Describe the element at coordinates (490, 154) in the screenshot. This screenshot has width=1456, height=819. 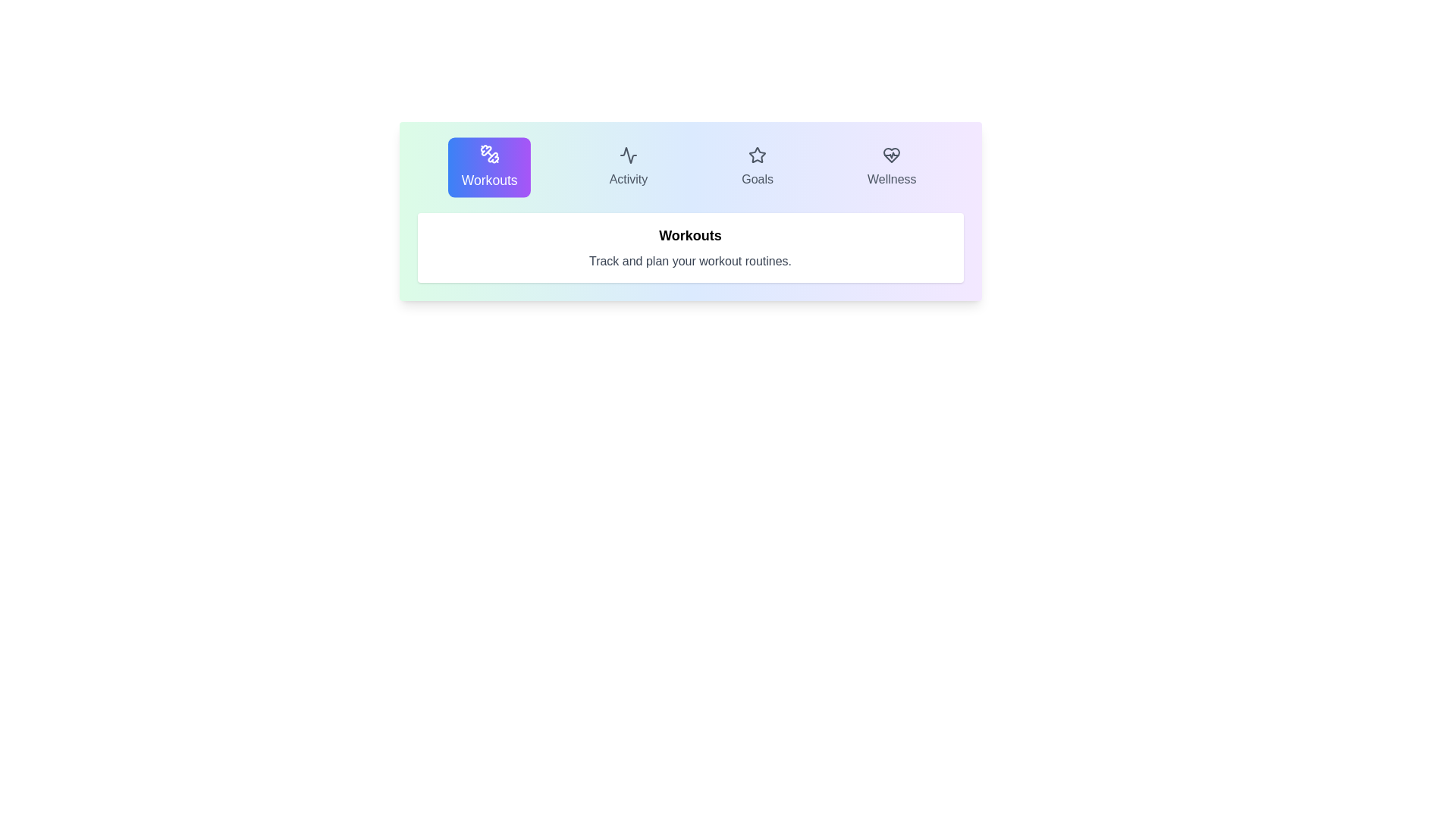
I see `the Decorative icon representing 'Workouts' in the navigational block` at that location.